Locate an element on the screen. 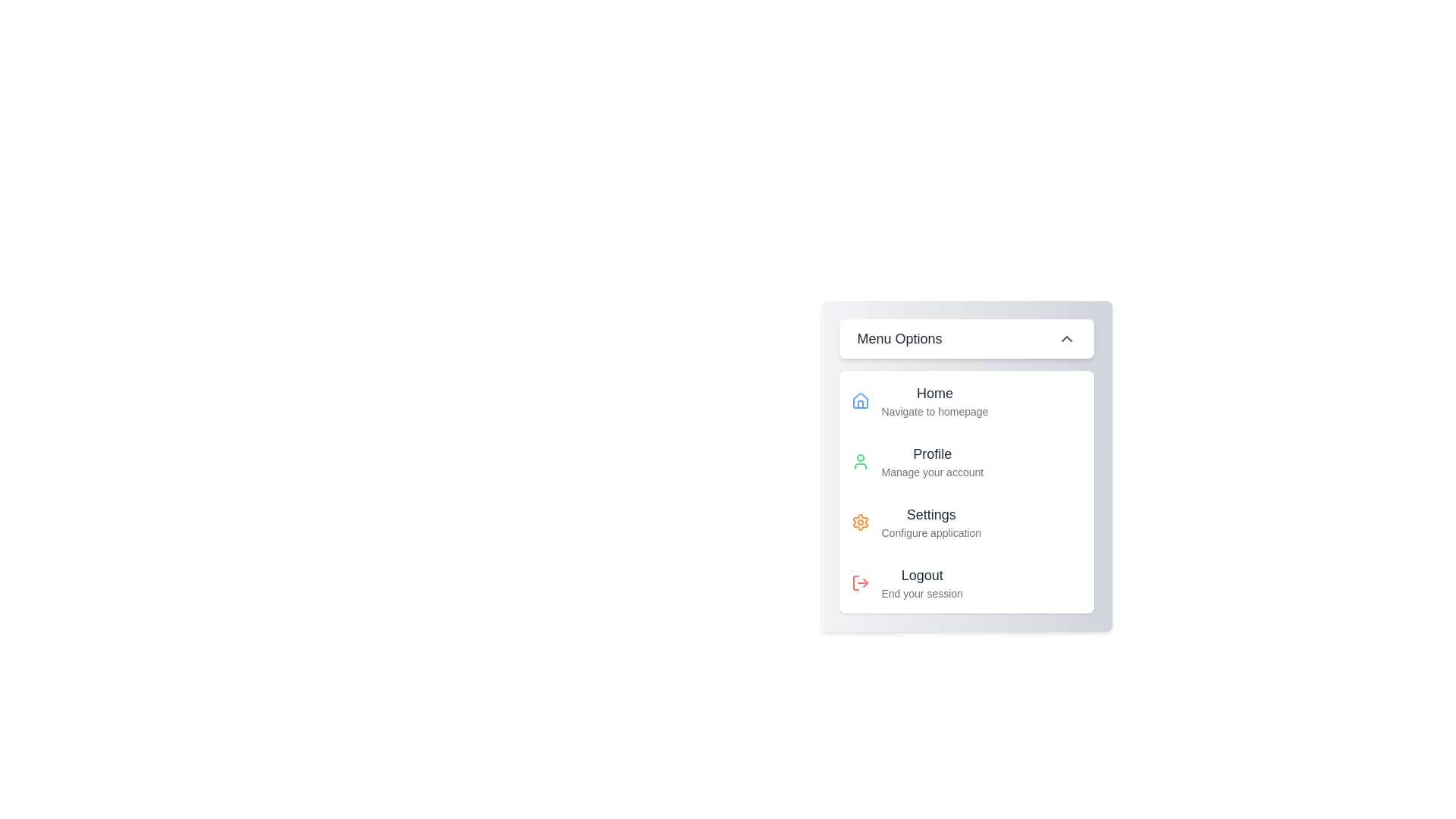  the second menu item in the vertical menu list for accessing user profile settings, located below 'Home' and above 'Settings' is located at coordinates (931, 461).